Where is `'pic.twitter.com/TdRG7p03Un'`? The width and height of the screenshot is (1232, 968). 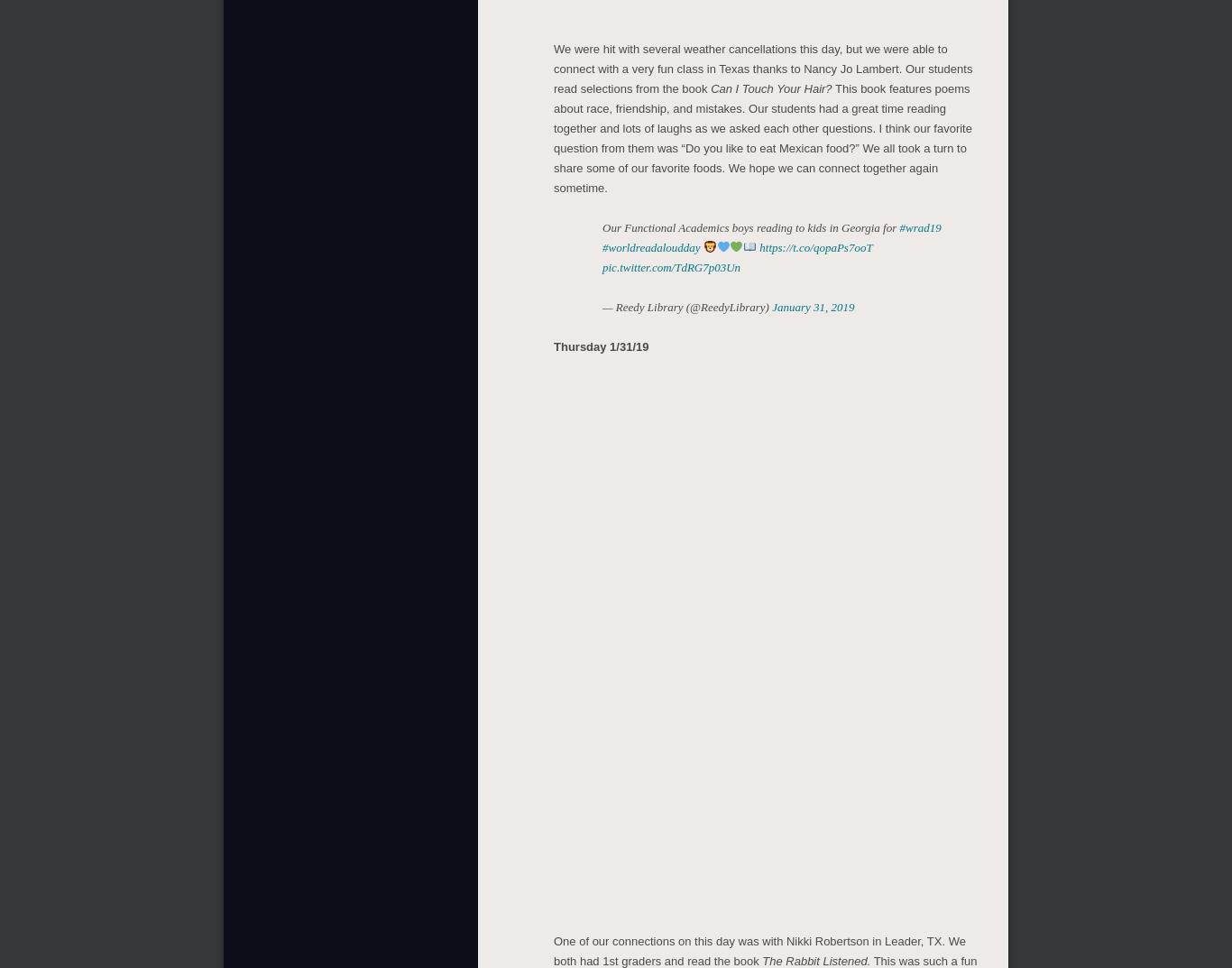
'pic.twitter.com/TdRG7p03Un' is located at coordinates (671, 263).